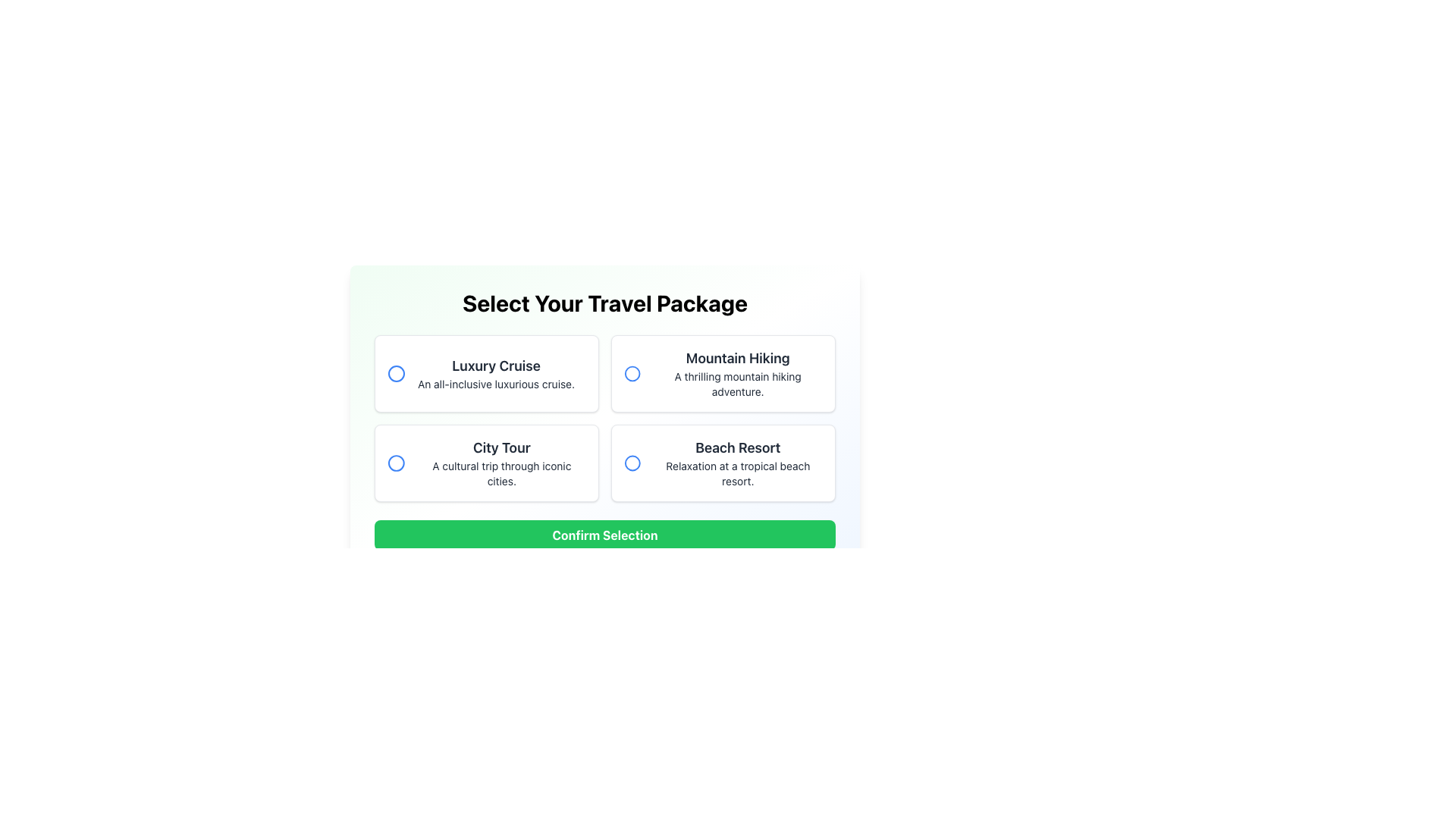 This screenshot has height=819, width=1456. I want to click on the circular blue outlined Radio Button Indicator located near the 'Mountain Hiking' option, so click(632, 374).